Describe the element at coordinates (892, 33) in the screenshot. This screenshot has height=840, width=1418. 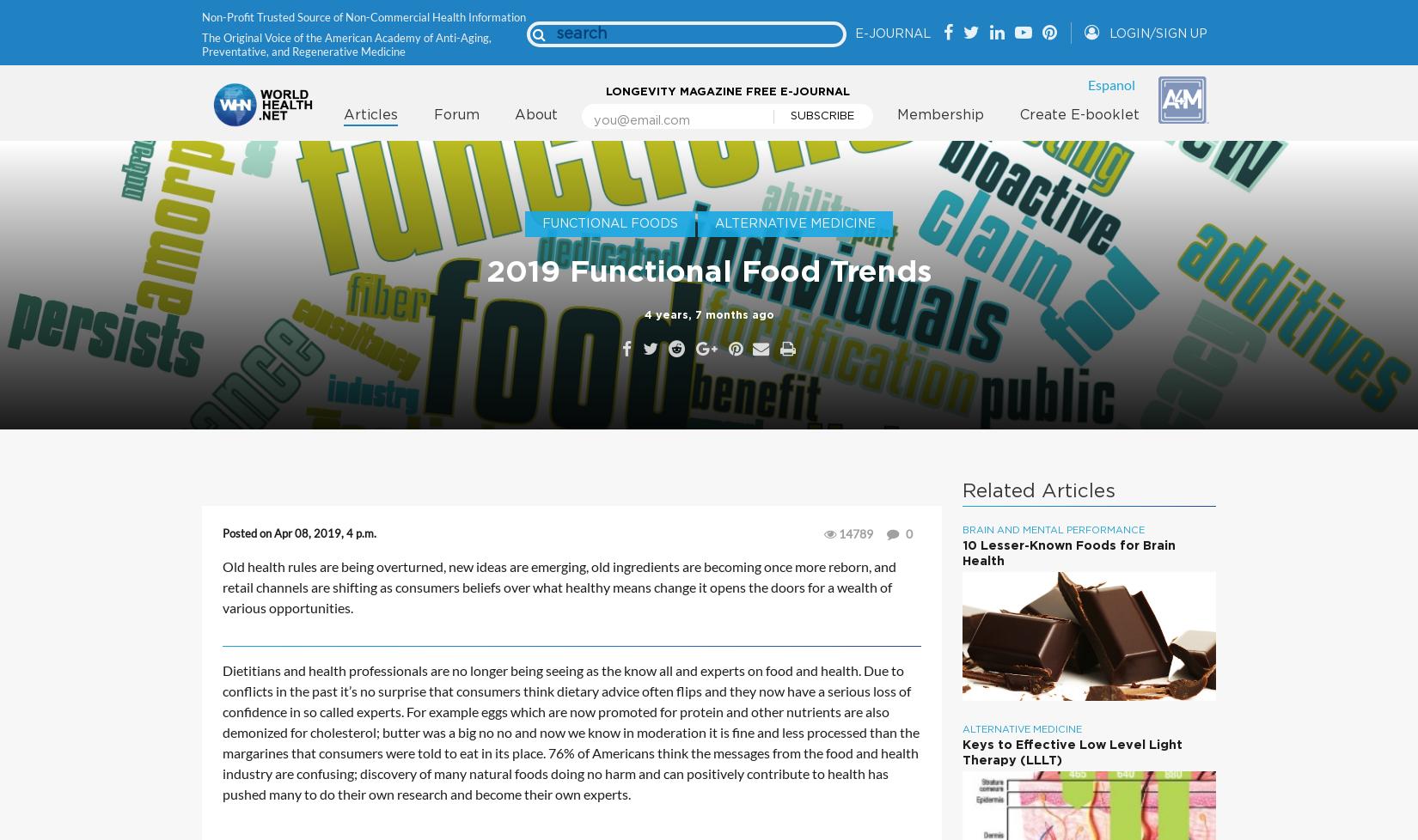
I see `'E-Journal'` at that location.